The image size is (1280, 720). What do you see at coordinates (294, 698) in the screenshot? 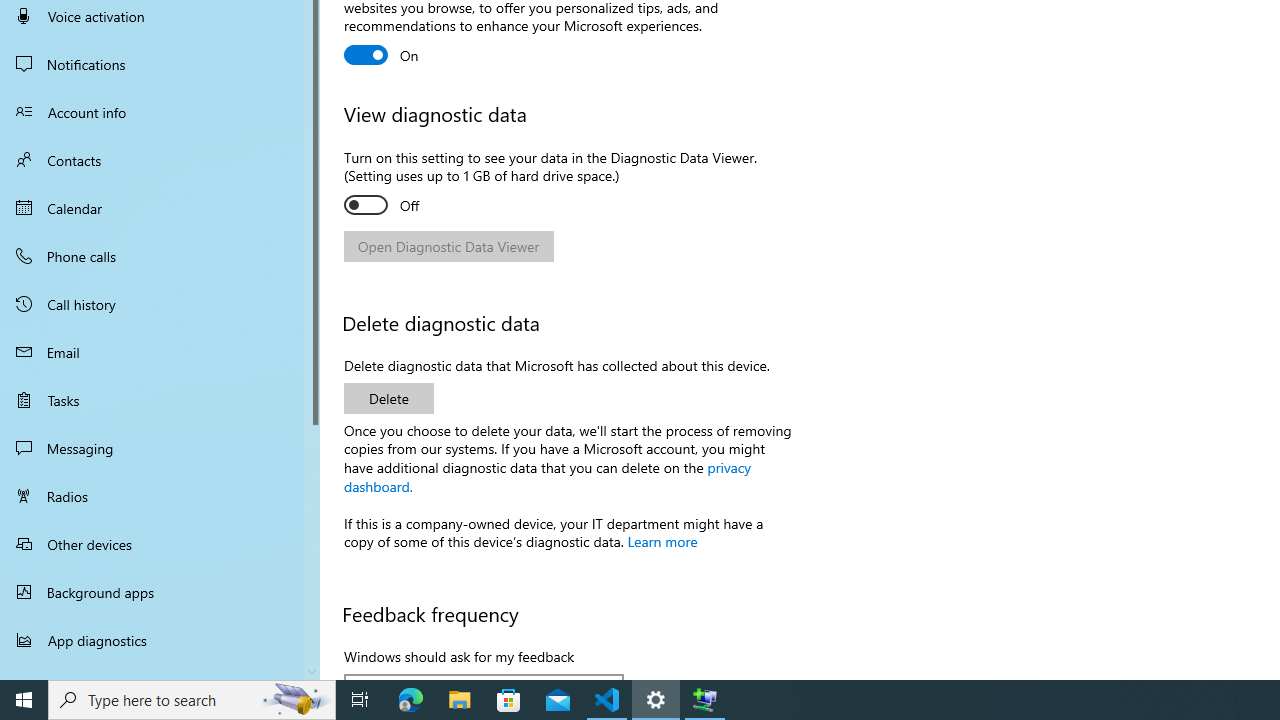
I see `'Search highlights icon opens search home window'` at bounding box center [294, 698].